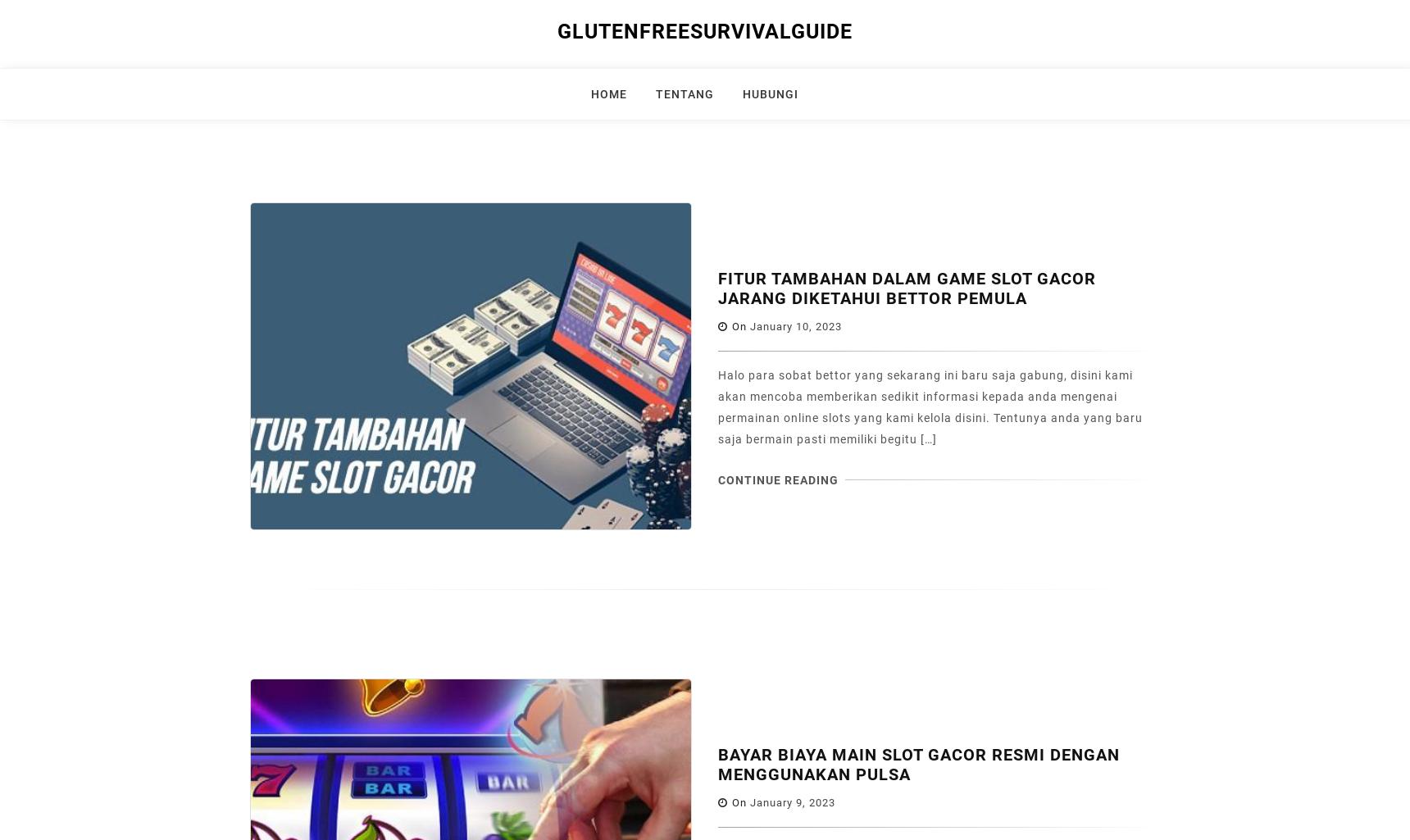  Describe the element at coordinates (608, 94) in the screenshot. I see `'Home'` at that location.